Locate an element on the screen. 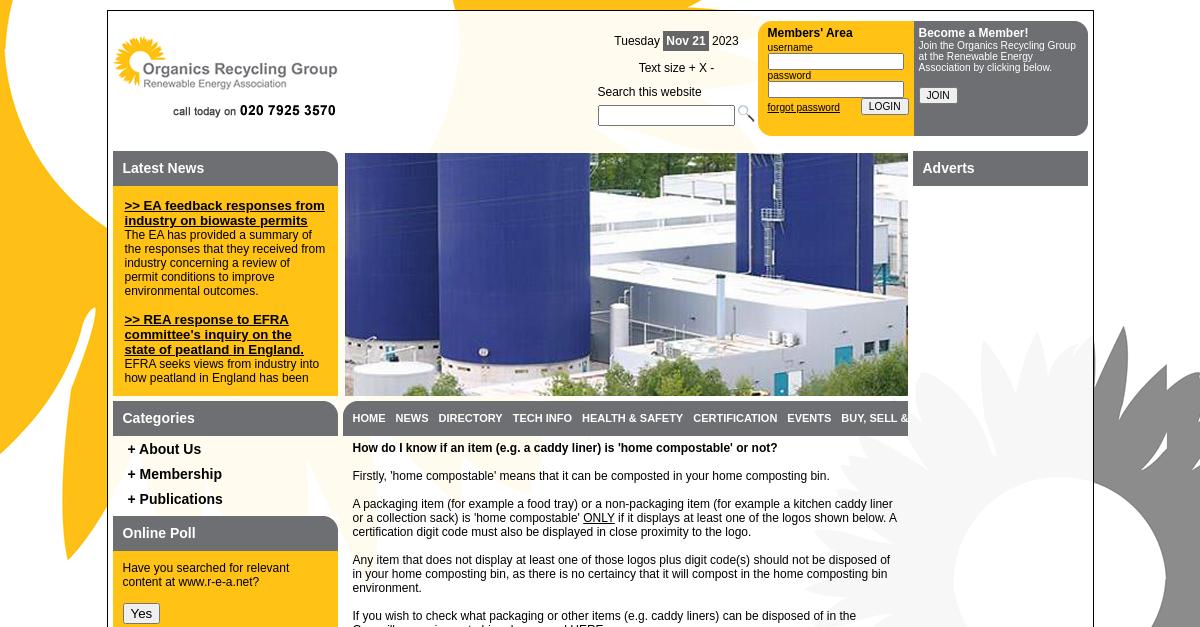 The width and height of the screenshot is (1200, 627). '+' is located at coordinates (687, 67).